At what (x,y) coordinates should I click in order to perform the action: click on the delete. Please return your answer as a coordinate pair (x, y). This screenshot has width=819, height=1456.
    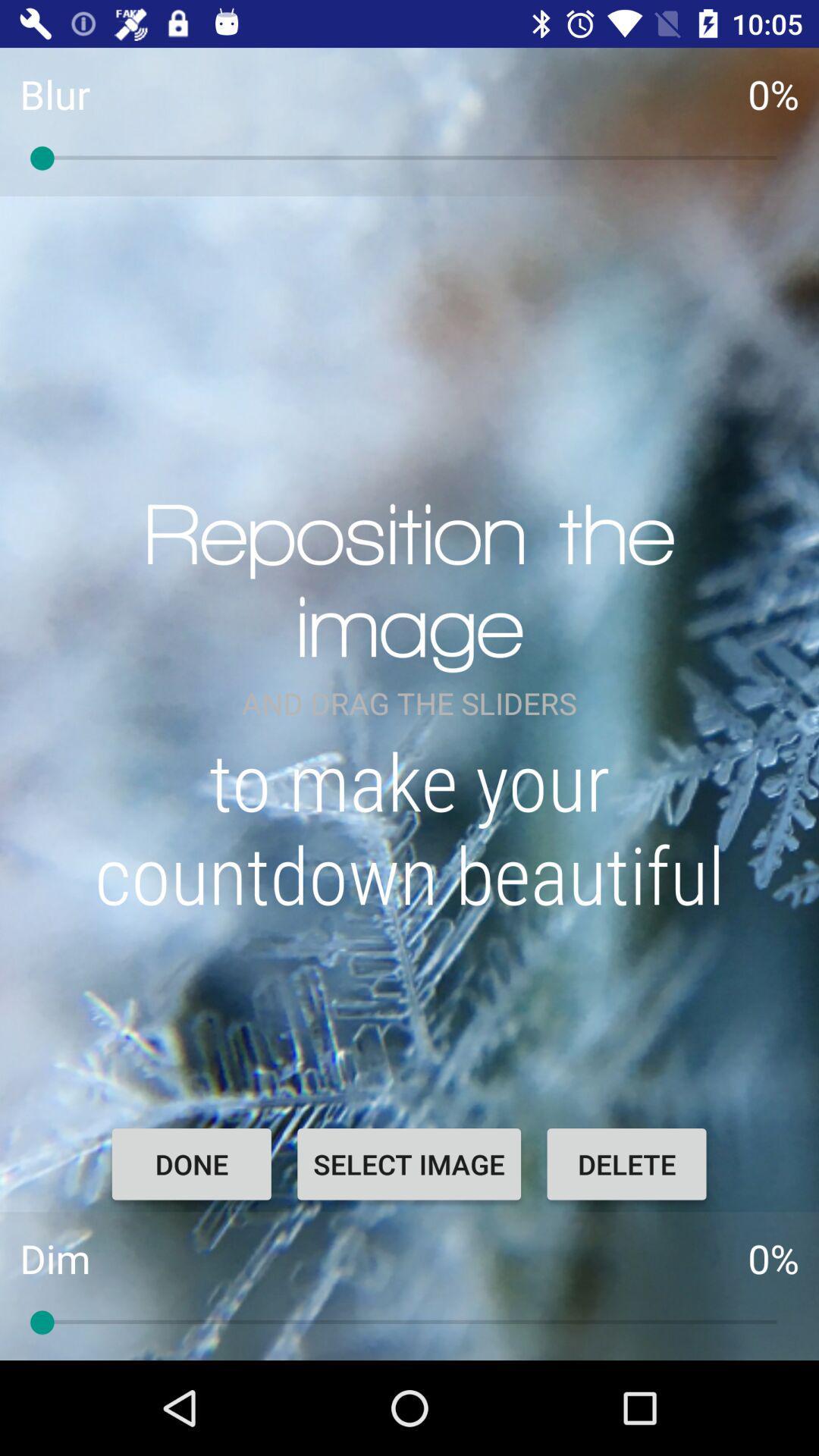
    Looking at the image, I should click on (626, 1163).